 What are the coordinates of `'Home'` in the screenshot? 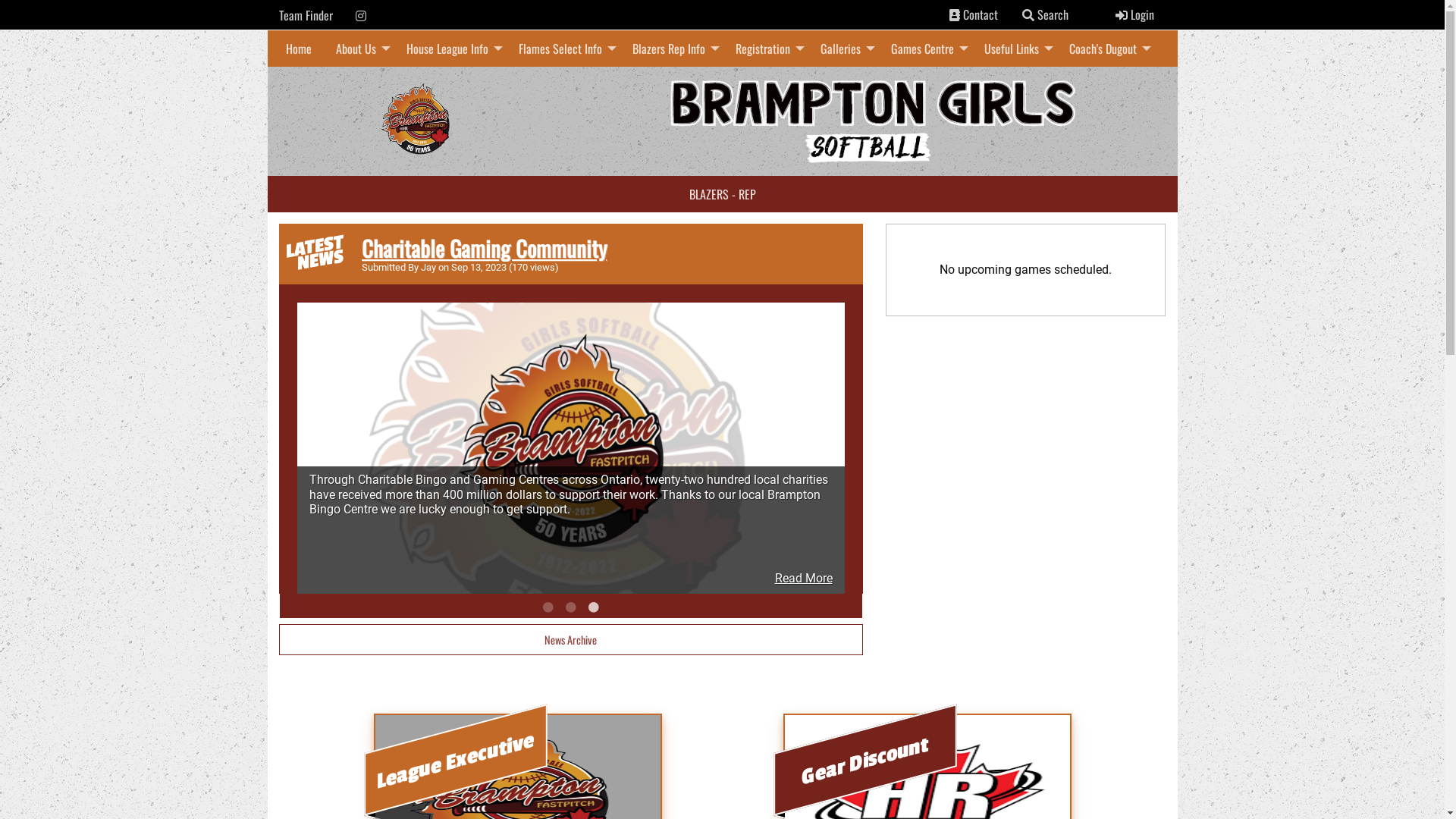 It's located at (298, 48).